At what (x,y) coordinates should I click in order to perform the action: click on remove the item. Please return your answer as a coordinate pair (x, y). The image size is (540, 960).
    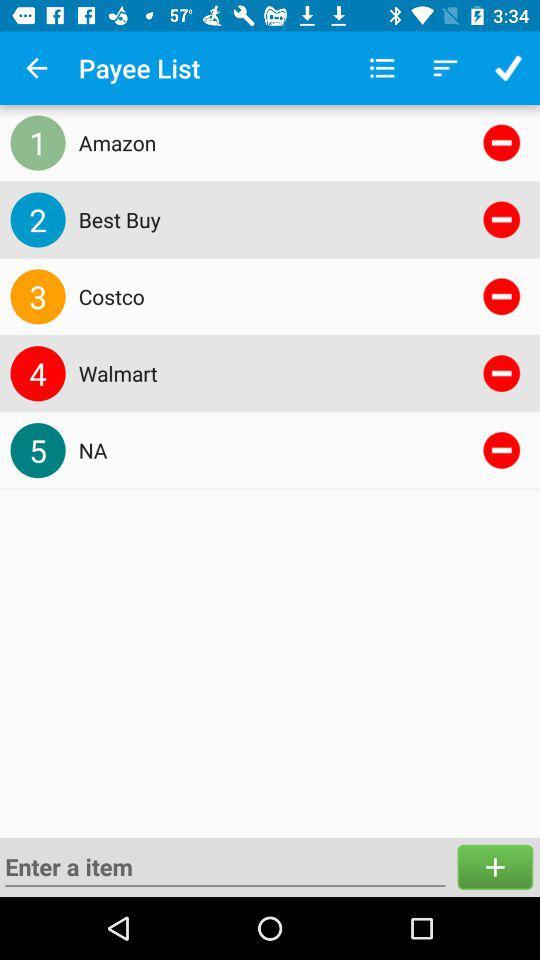
    Looking at the image, I should click on (500, 450).